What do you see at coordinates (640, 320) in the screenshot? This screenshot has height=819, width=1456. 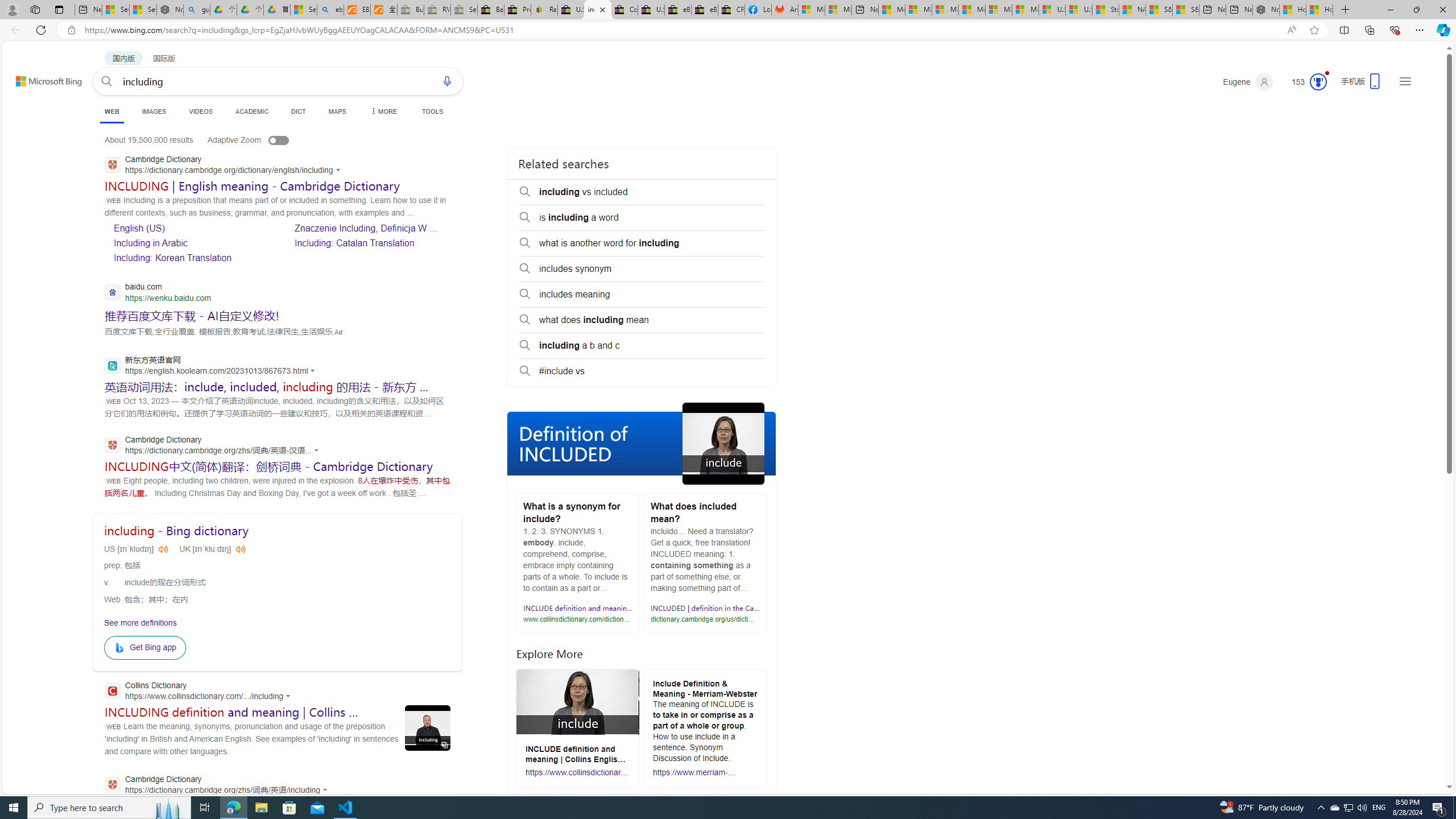 I see `'what does including mean'` at bounding box center [640, 320].